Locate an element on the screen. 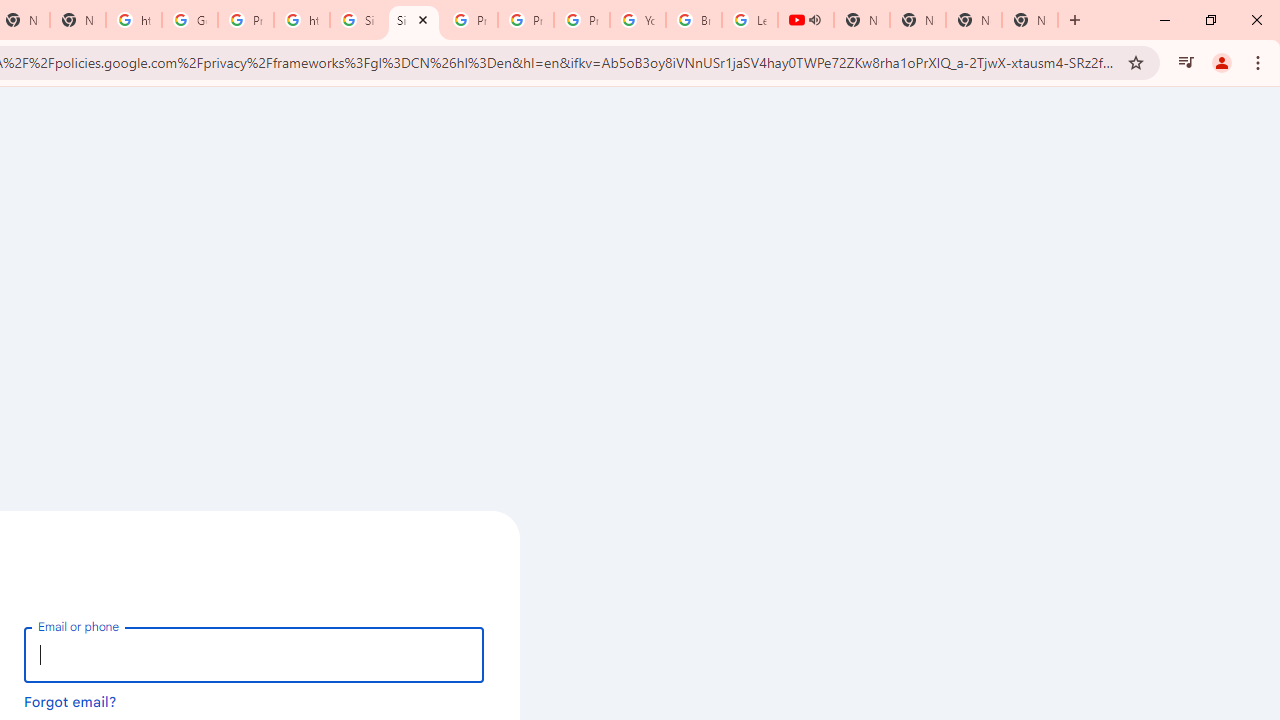 The height and width of the screenshot is (720, 1280). 'Privacy Help Center - Policies Help' is located at coordinates (526, 20).